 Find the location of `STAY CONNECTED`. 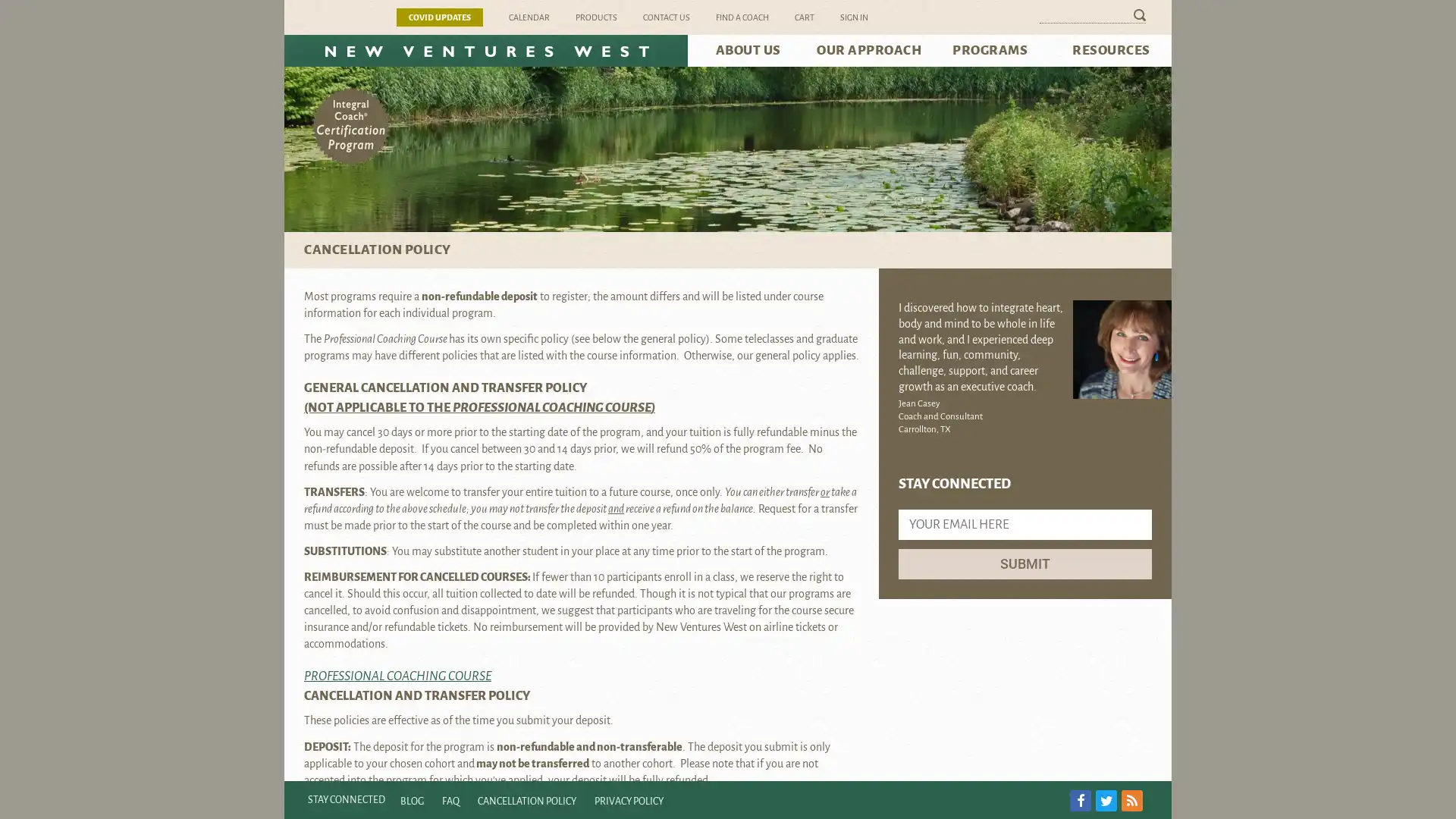

STAY CONNECTED is located at coordinates (345, 799).